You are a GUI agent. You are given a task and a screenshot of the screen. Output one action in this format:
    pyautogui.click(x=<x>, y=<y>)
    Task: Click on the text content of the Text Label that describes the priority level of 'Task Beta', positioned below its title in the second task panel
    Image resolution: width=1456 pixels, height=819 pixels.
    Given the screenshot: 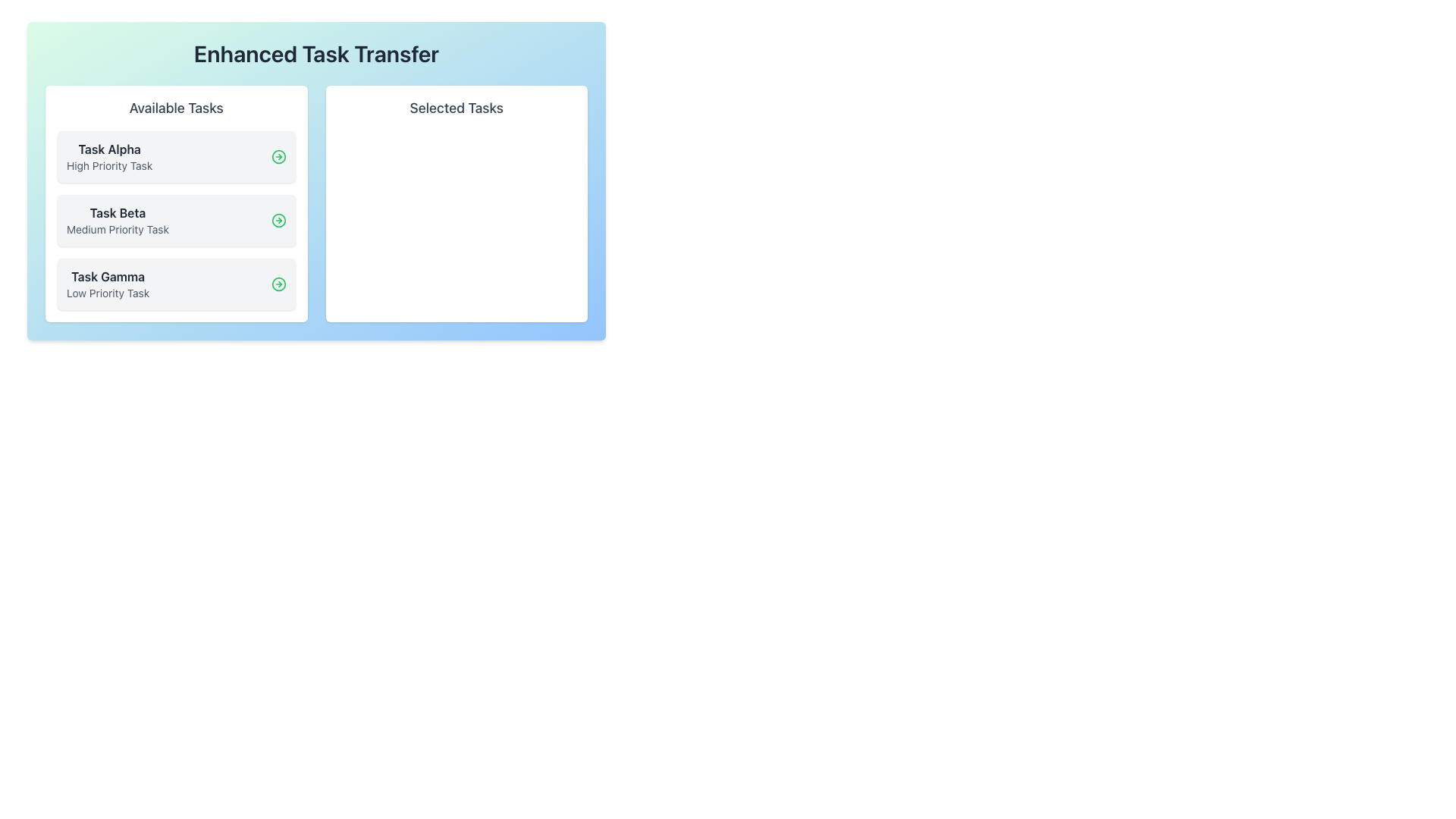 What is the action you would take?
    pyautogui.click(x=117, y=230)
    